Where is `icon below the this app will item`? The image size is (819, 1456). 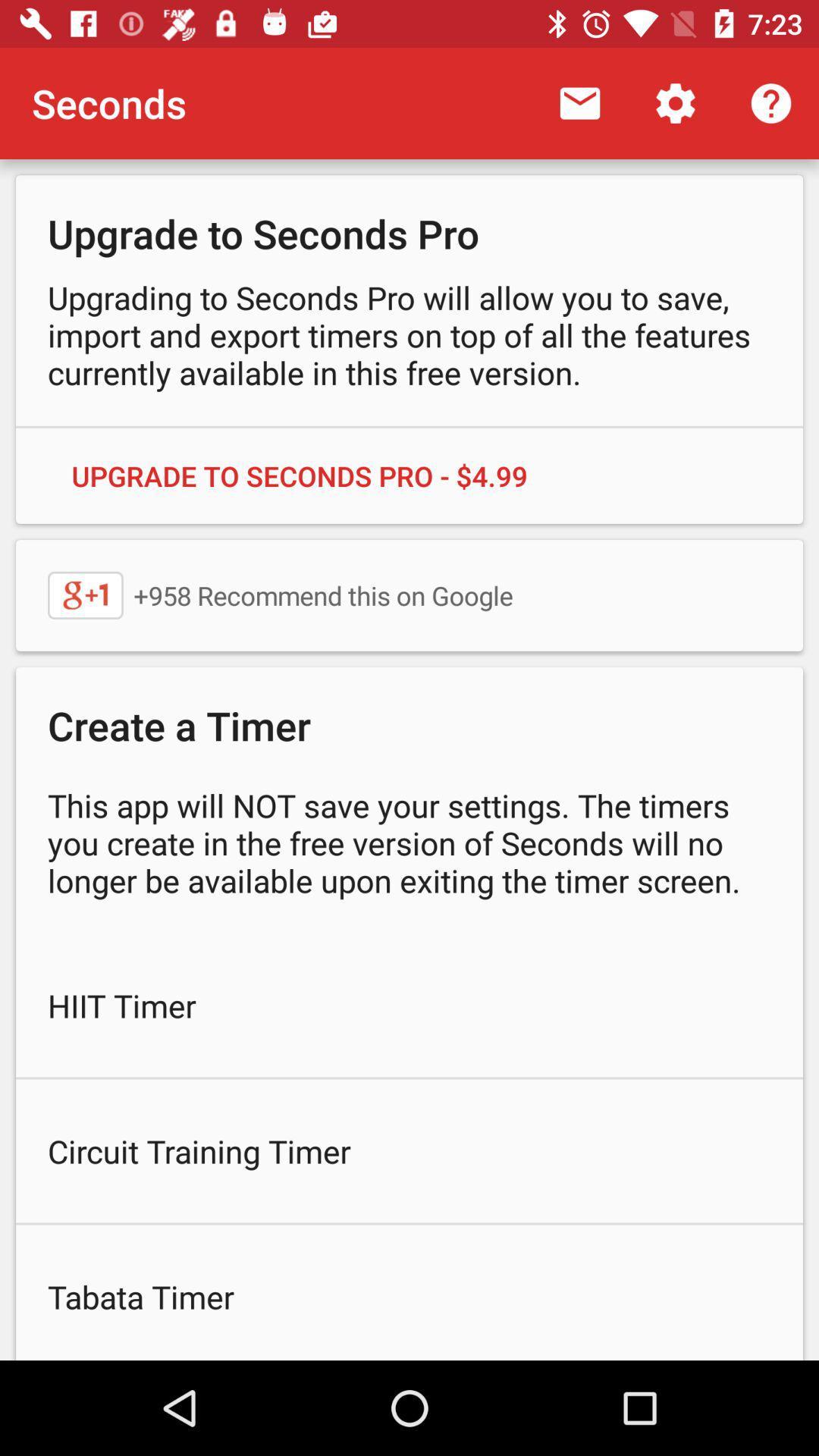
icon below the this app will item is located at coordinates (409, 1005).